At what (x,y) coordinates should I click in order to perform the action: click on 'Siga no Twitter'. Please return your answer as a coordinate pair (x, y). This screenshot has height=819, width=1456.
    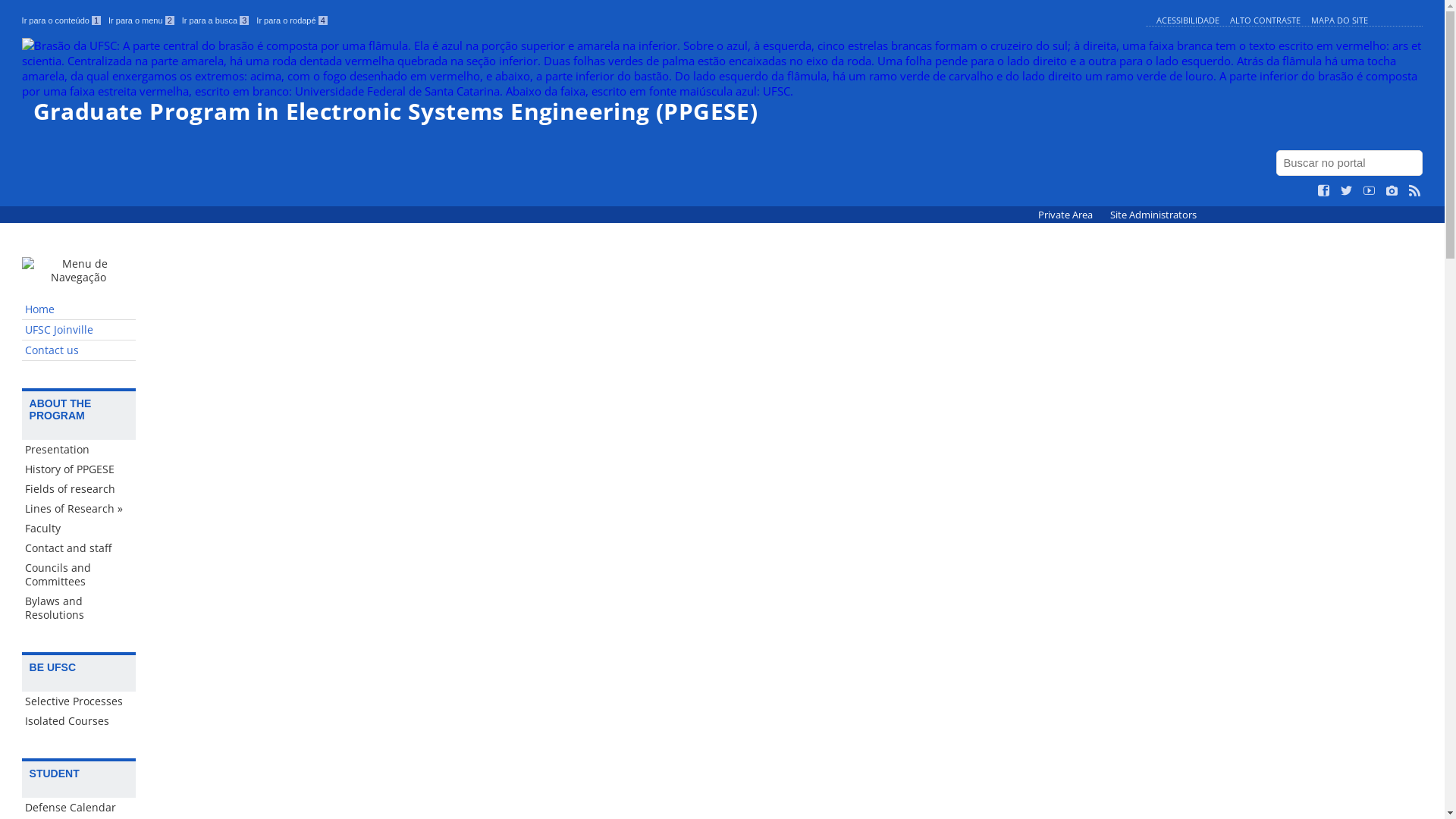
    Looking at the image, I should click on (1347, 190).